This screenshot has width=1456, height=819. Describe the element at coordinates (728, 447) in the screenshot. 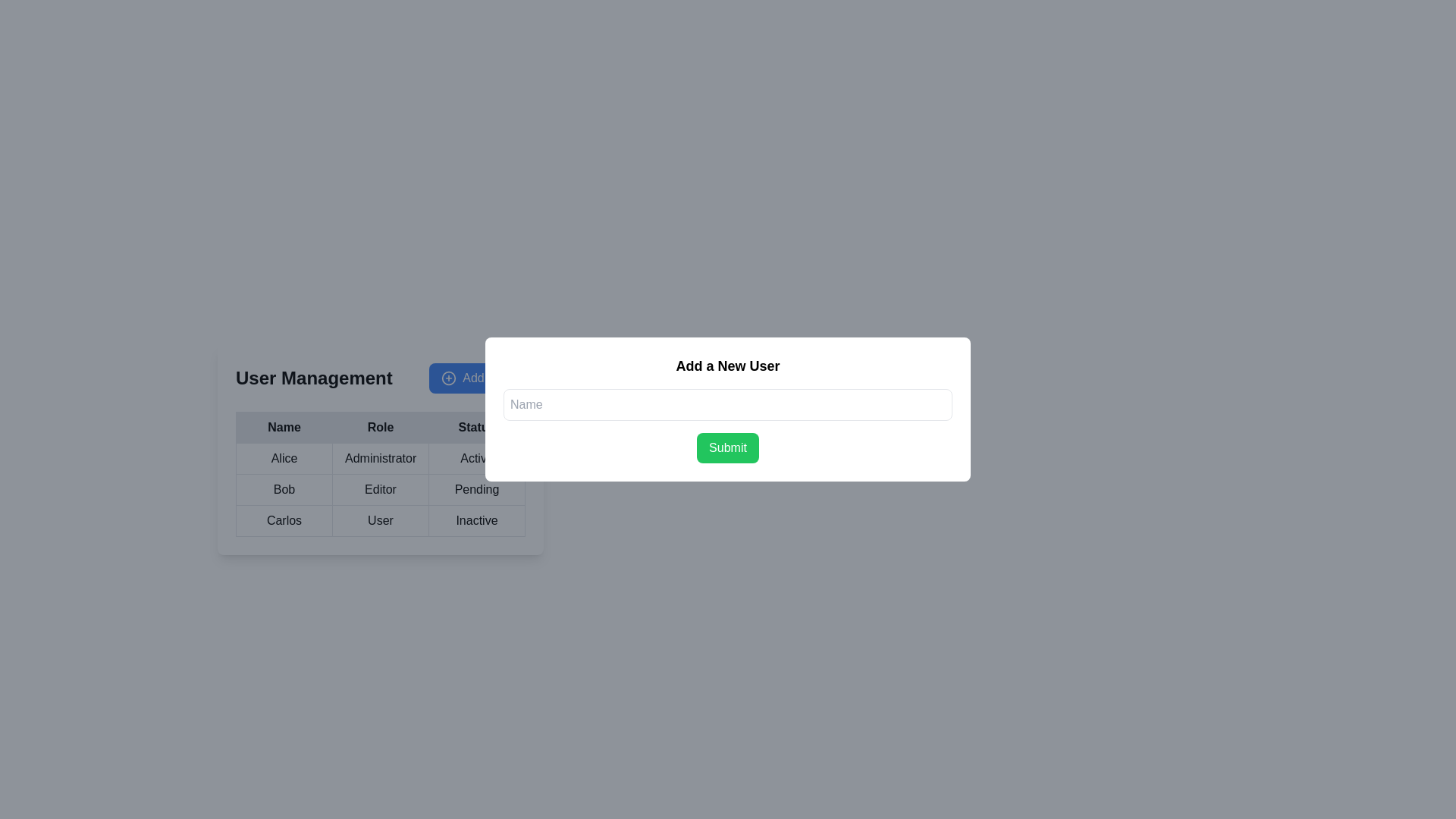

I see `the 'Submit' button located at the bottom center of the form card titled 'Add a New User'` at that location.